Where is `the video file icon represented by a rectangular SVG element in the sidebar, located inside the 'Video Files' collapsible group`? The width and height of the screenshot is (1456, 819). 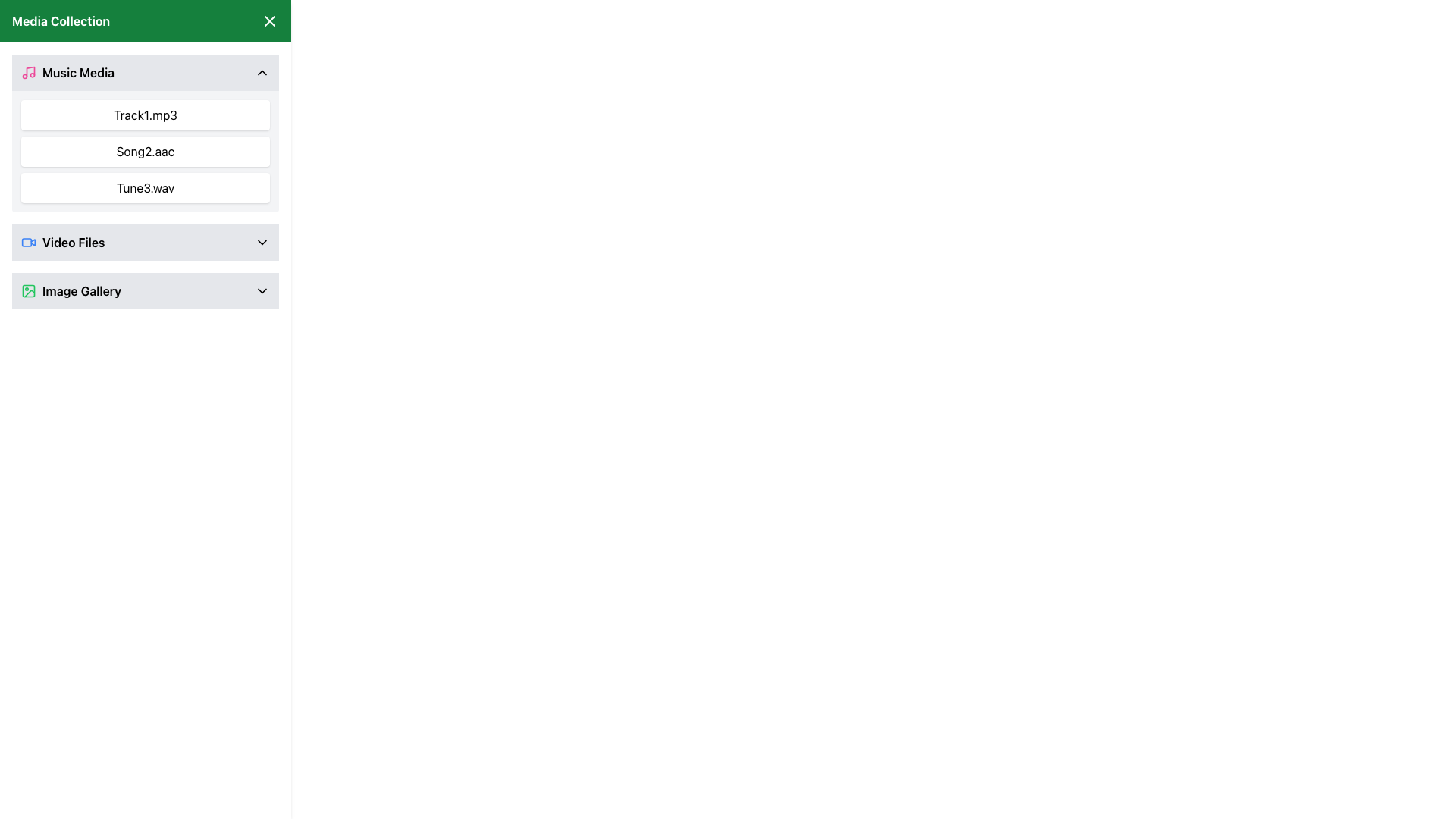
the video file icon represented by a rectangular SVG element in the sidebar, located inside the 'Video Files' collapsible group is located at coordinates (27, 242).